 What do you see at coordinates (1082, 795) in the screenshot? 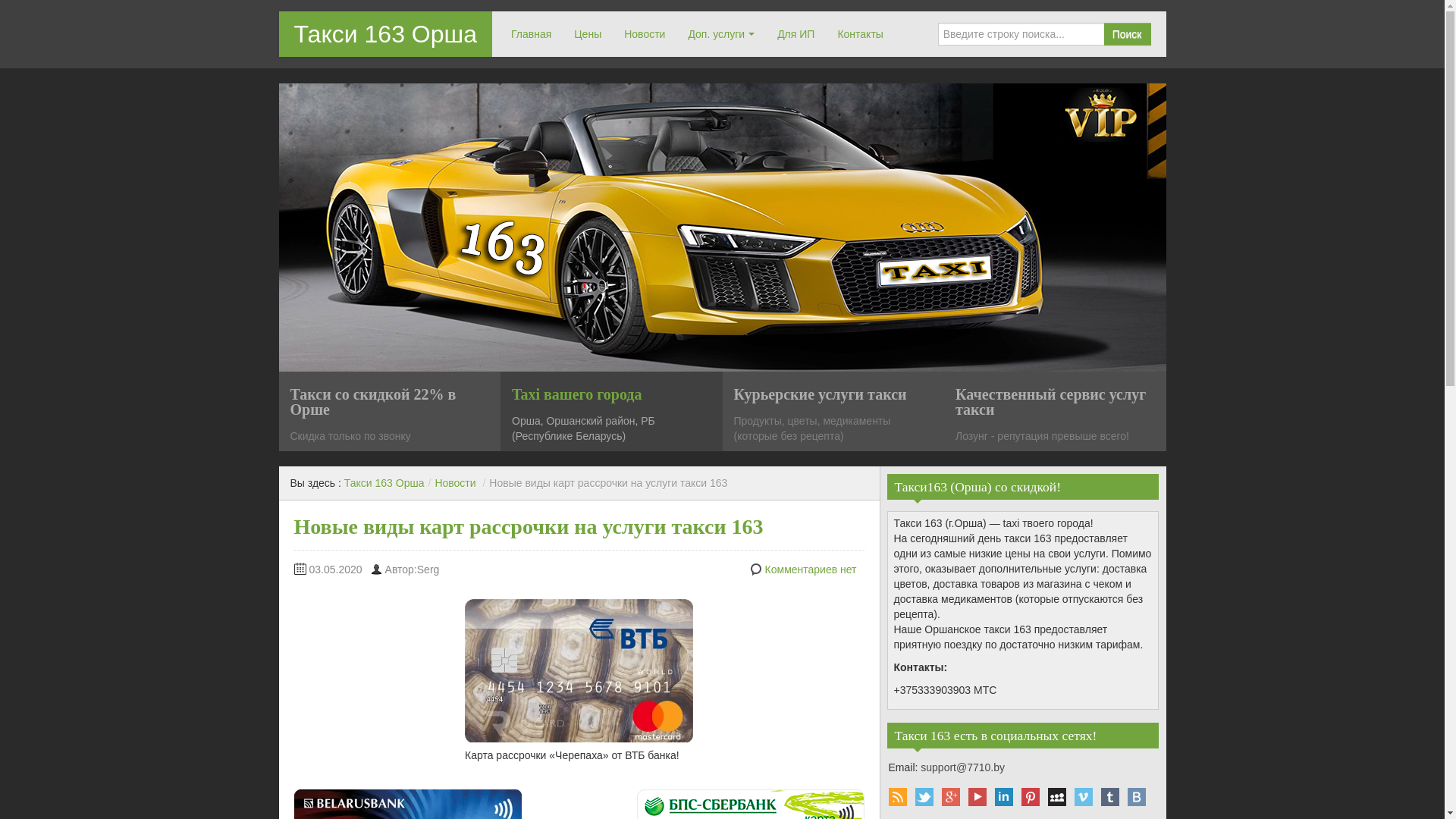
I see `'Vimeo'` at bounding box center [1082, 795].